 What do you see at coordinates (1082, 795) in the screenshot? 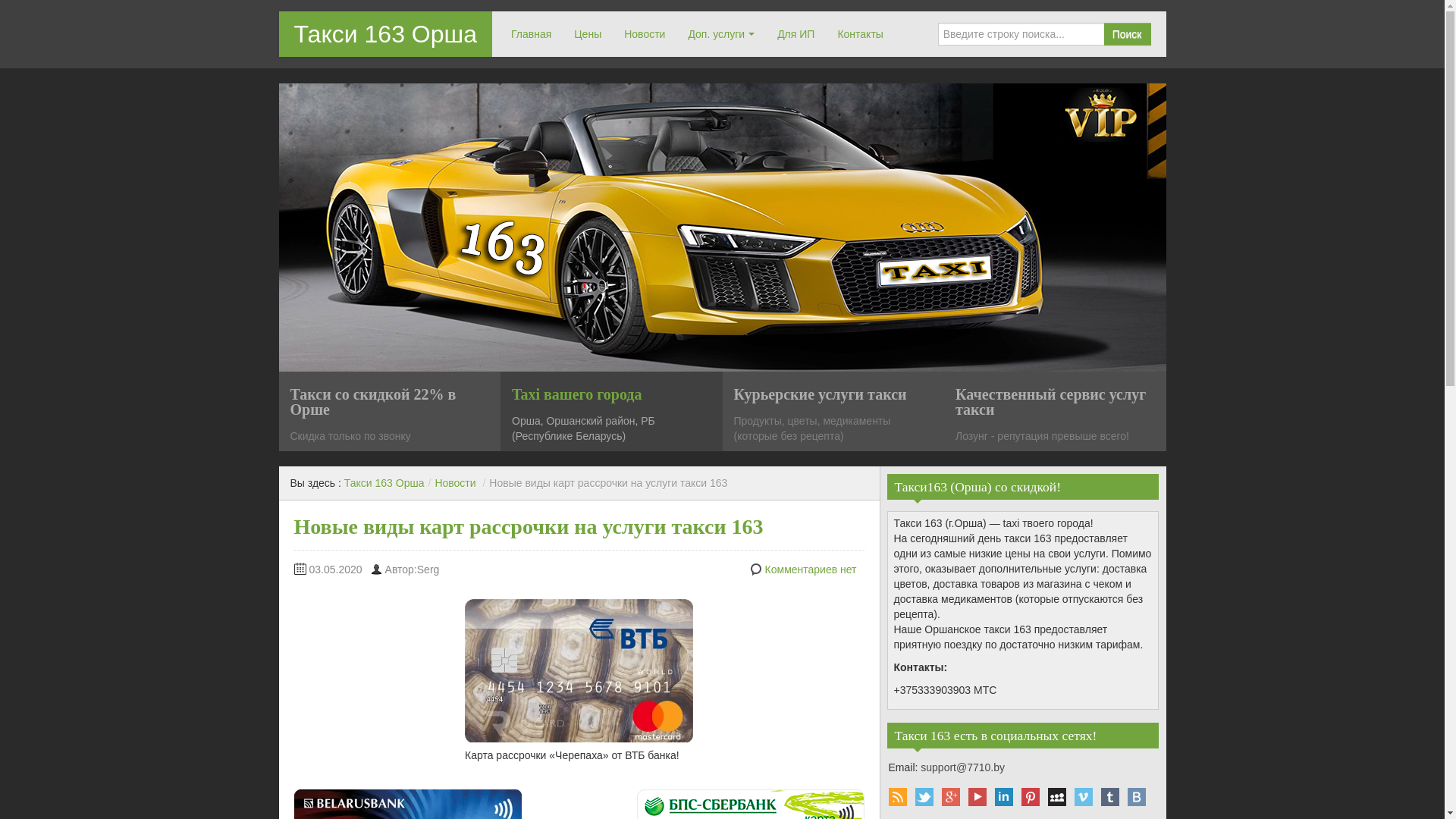
I see `'Vimeo'` at bounding box center [1082, 795].